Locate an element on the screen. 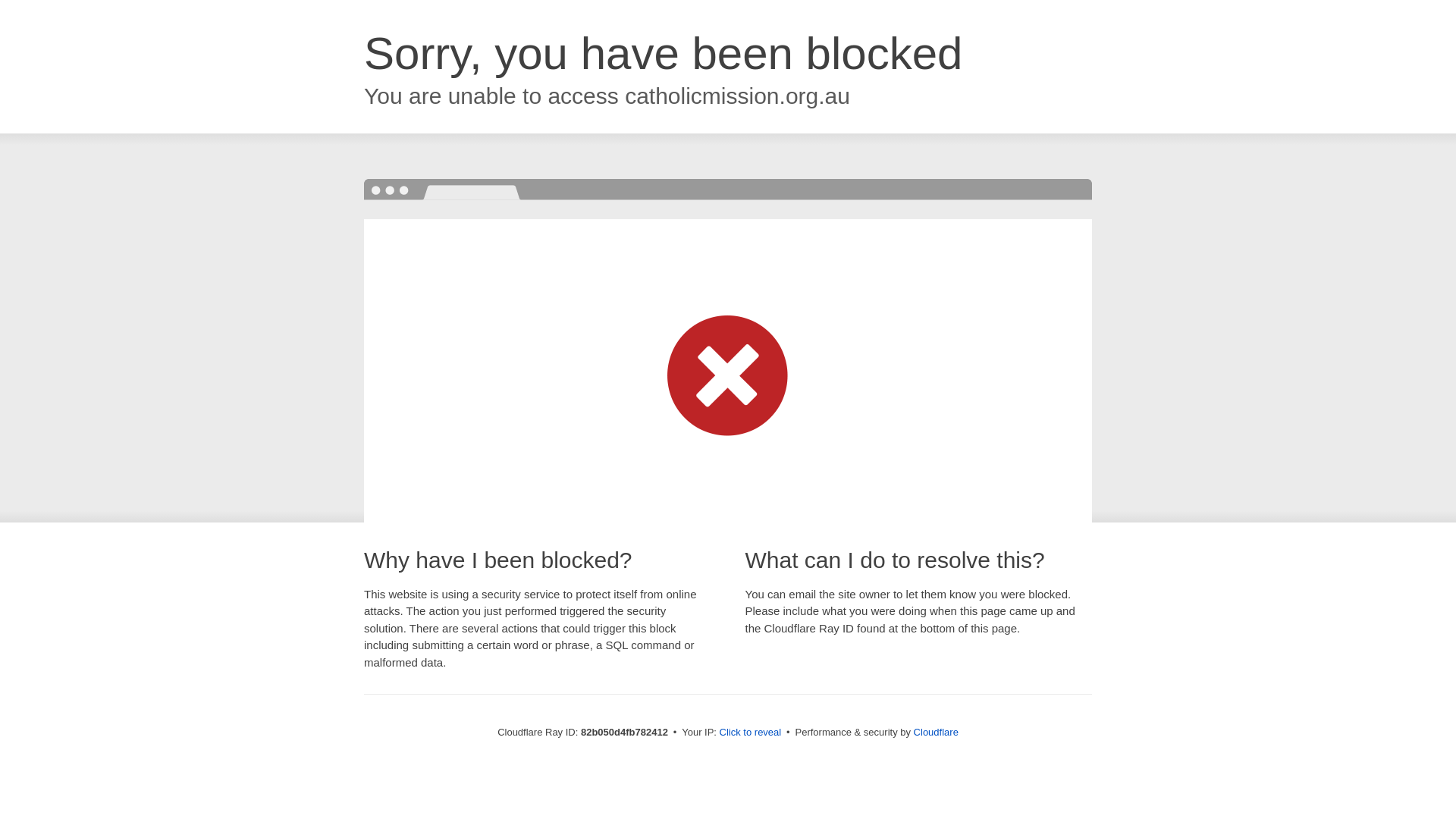  'Click to reveal' is located at coordinates (750, 731).